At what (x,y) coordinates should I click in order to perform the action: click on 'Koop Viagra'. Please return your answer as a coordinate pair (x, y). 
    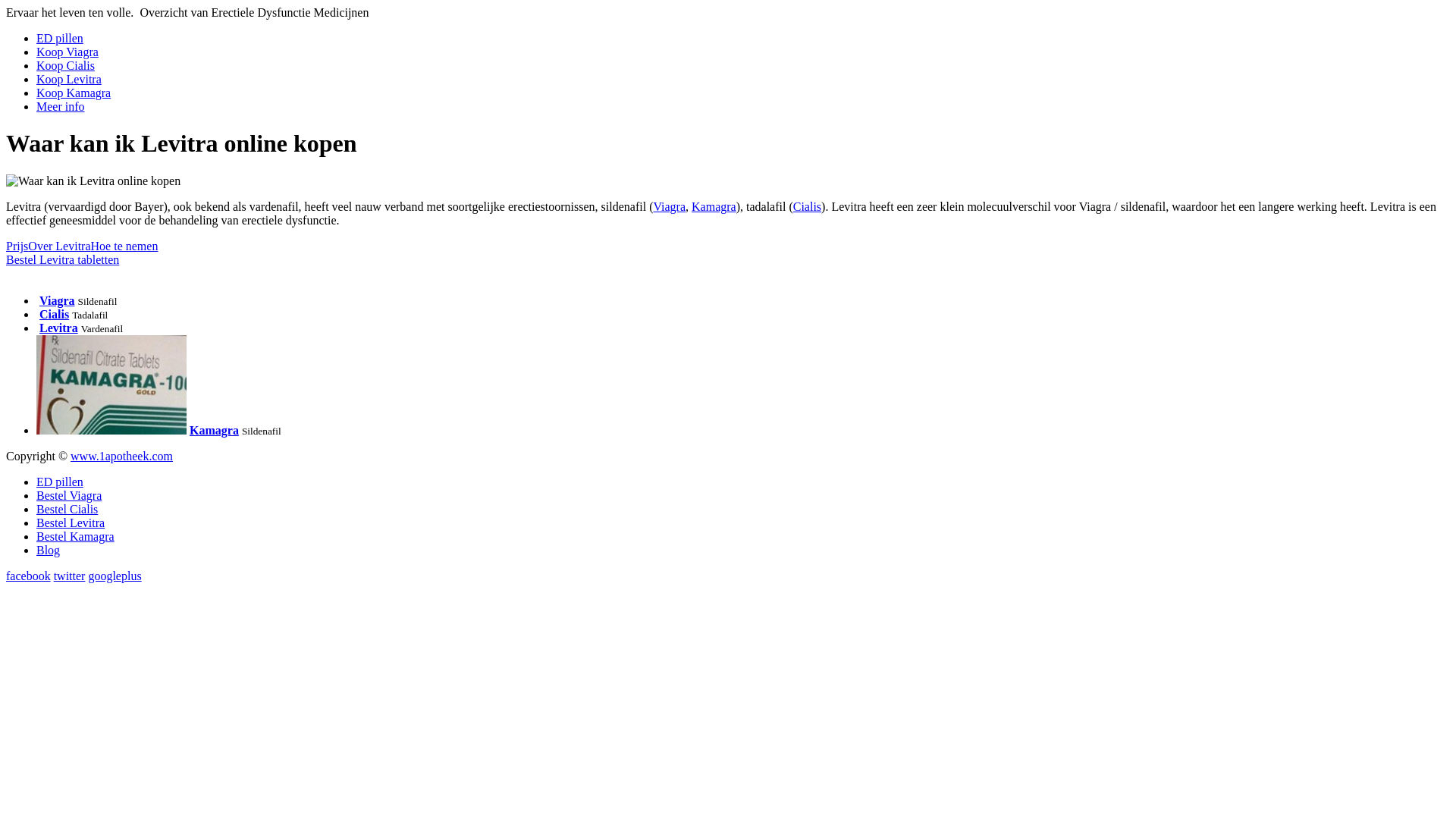
    Looking at the image, I should click on (67, 51).